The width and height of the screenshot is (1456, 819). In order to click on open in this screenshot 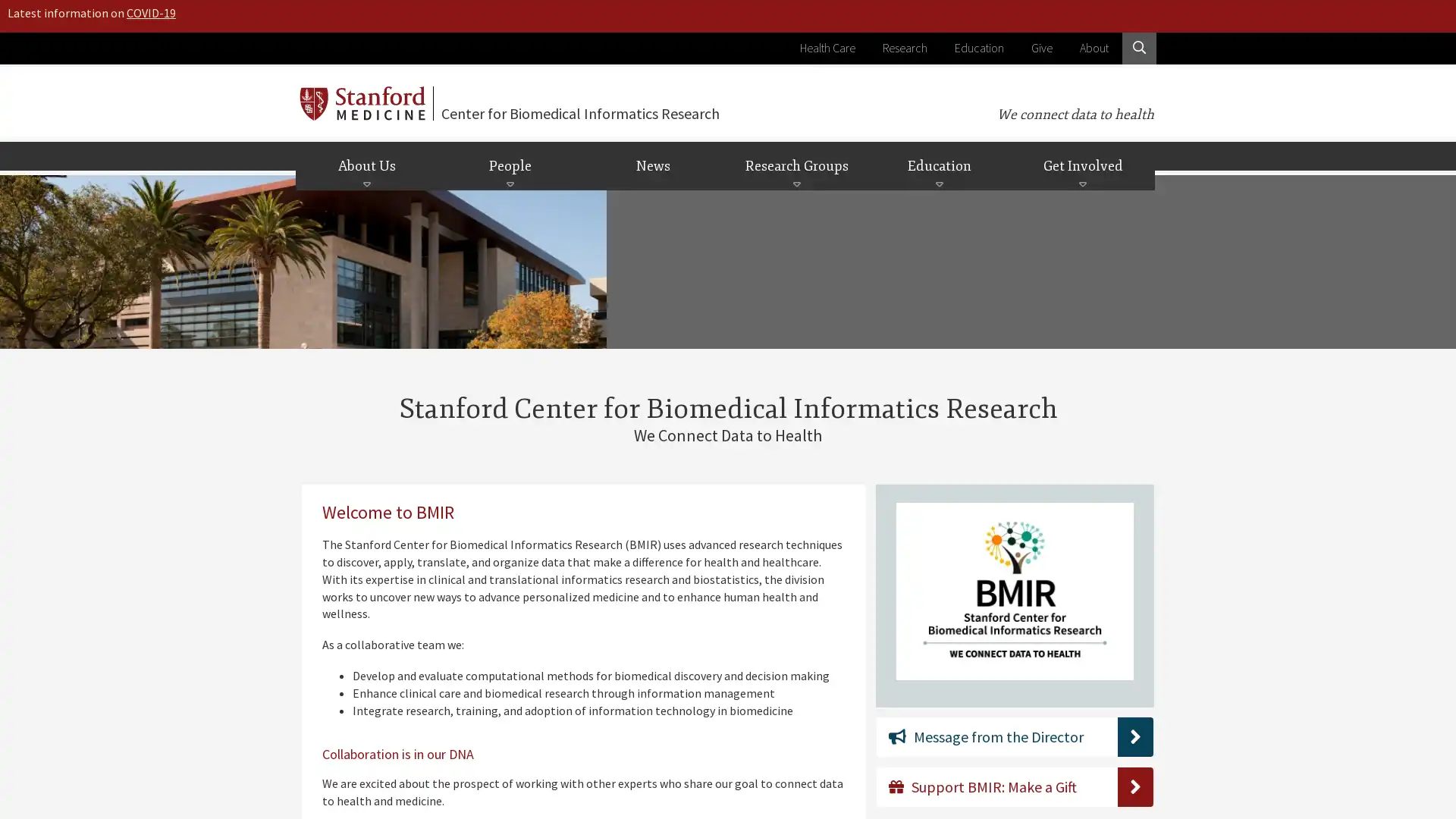, I will do `click(366, 184)`.